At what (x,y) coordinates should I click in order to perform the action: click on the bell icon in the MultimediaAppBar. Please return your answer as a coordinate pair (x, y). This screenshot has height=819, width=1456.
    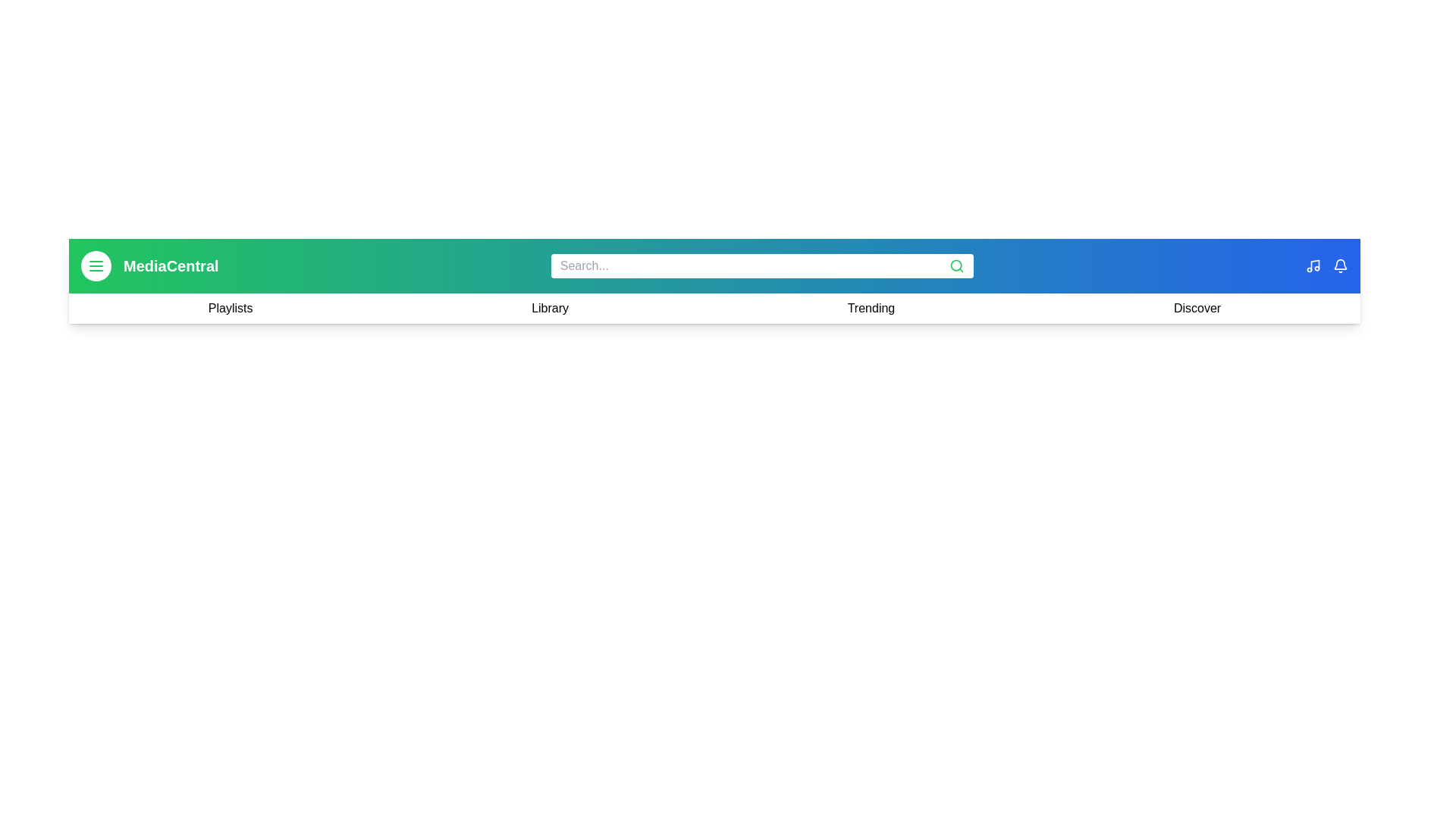
    Looking at the image, I should click on (1339, 265).